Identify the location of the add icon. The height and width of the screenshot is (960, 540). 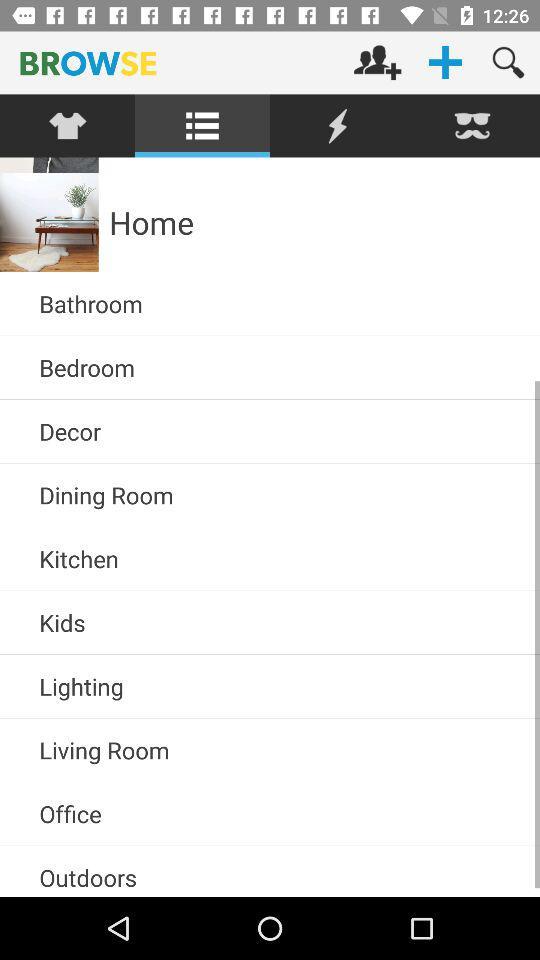
(445, 62).